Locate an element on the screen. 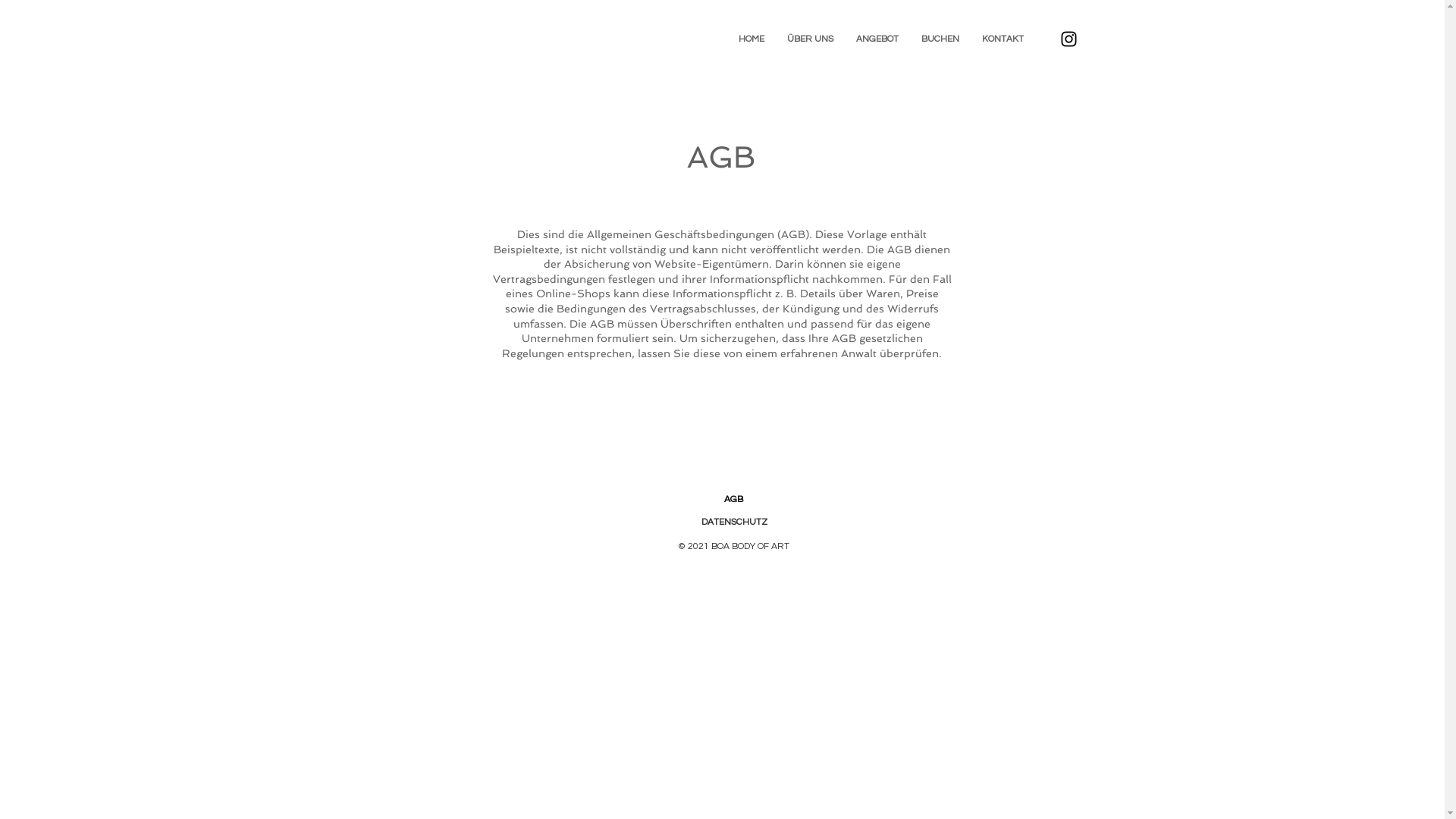 The height and width of the screenshot is (819, 1456). 'DATENSCHUTZ' is located at coordinates (700, 521).